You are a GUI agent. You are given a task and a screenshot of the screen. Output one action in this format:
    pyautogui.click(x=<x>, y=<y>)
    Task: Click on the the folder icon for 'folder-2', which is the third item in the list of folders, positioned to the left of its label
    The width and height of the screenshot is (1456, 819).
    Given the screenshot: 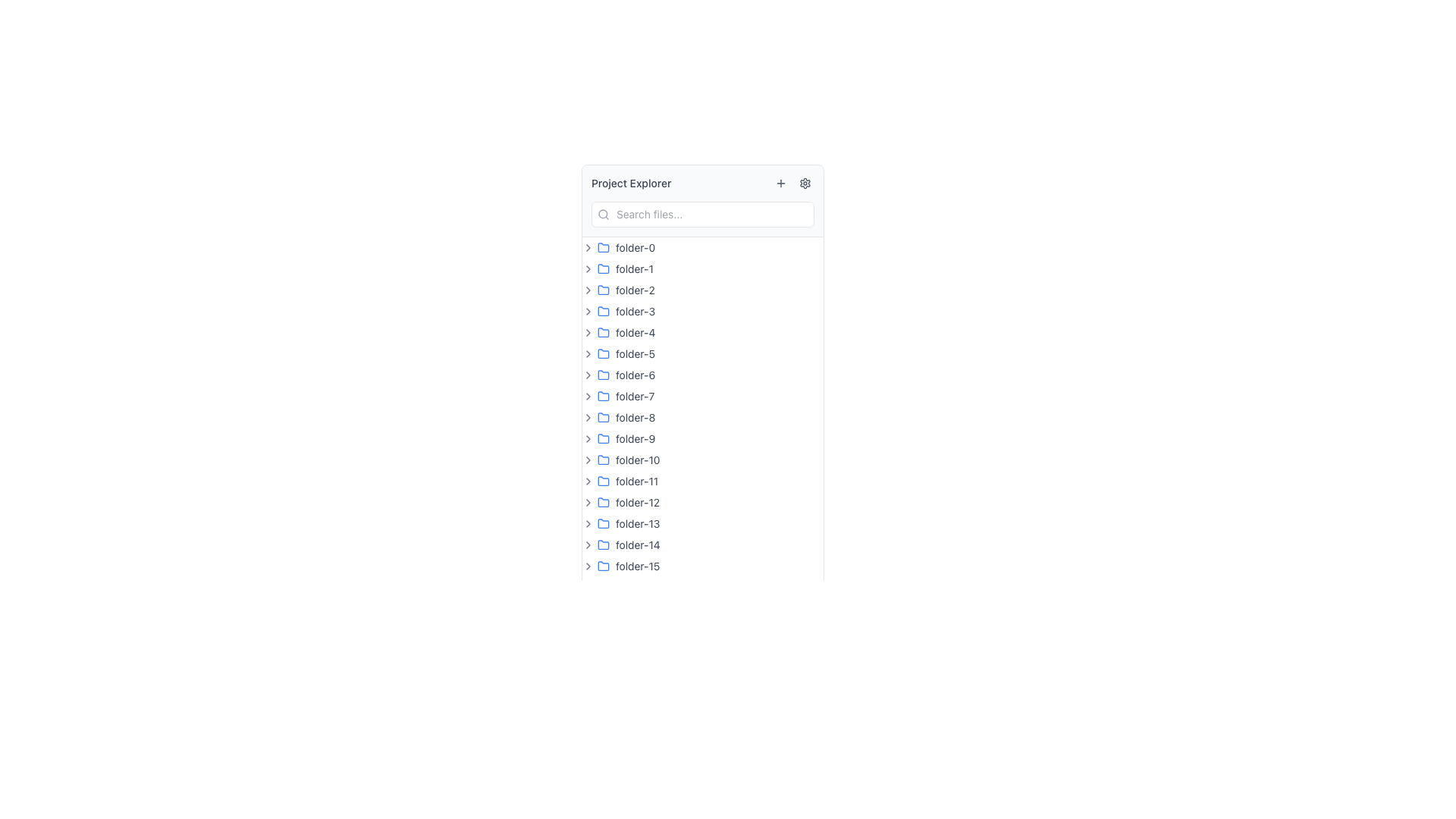 What is the action you would take?
    pyautogui.click(x=603, y=289)
    